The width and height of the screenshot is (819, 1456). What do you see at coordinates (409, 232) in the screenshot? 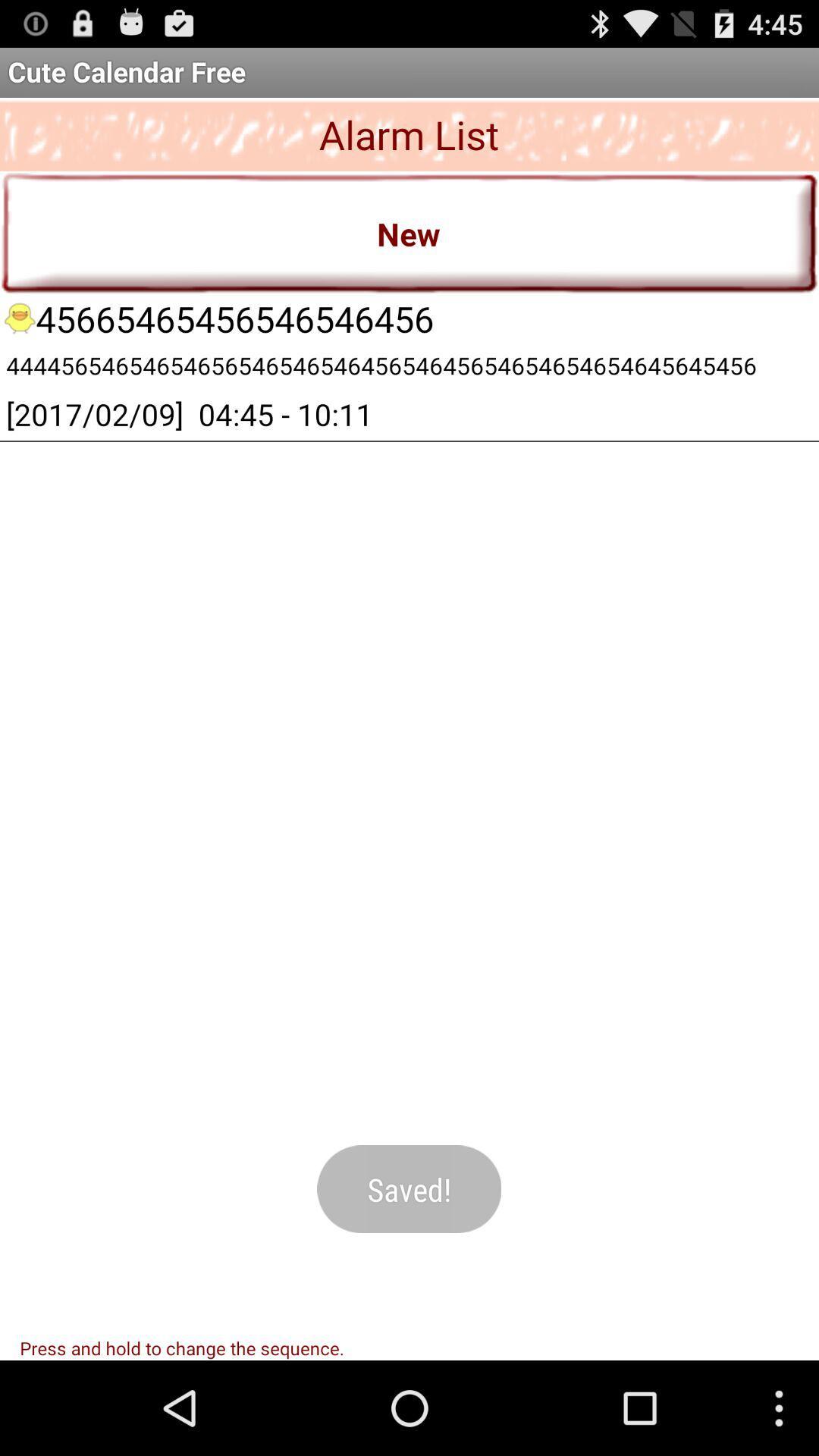
I see `new item` at bounding box center [409, 232].